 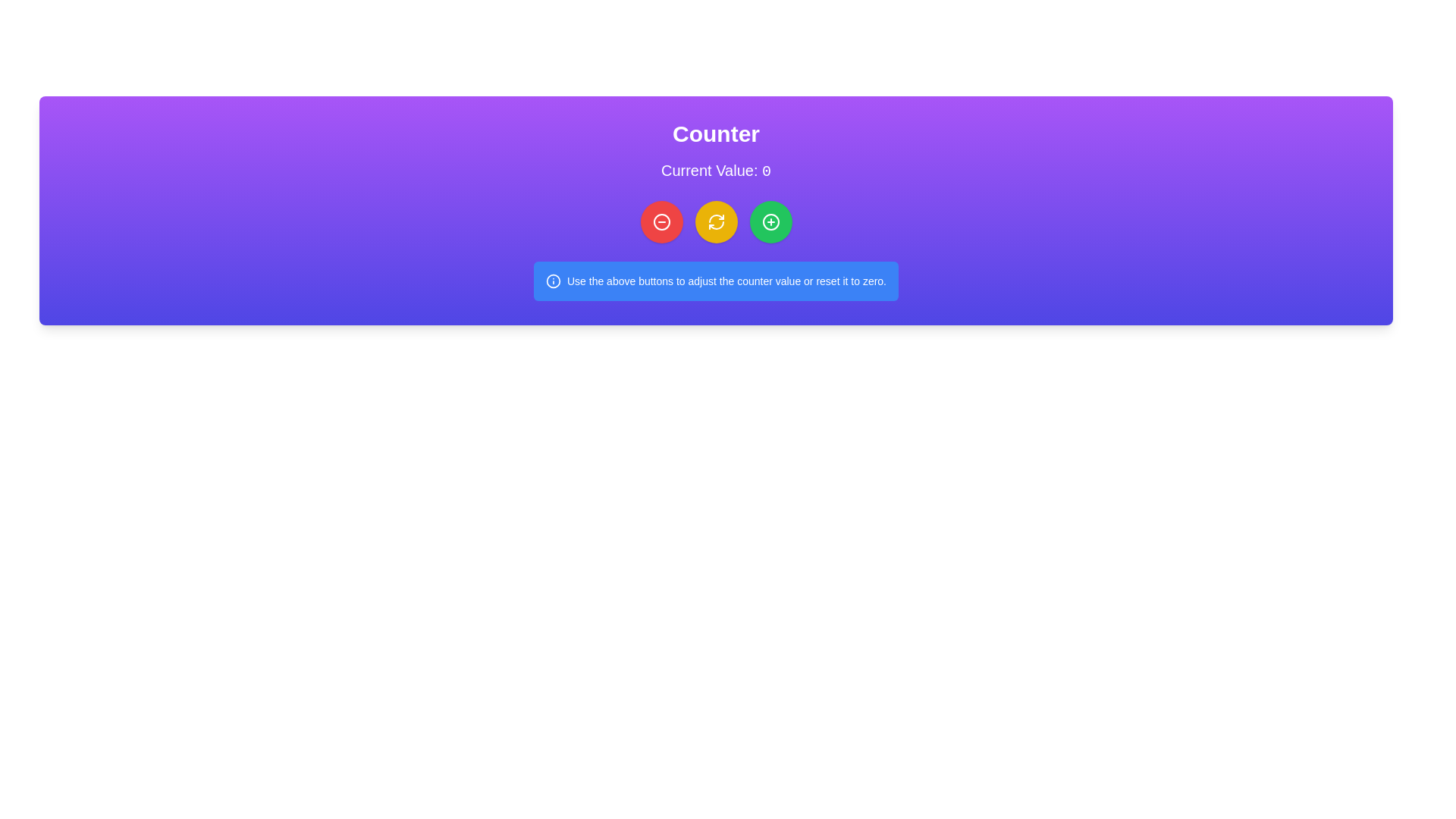 I want to click on the SVG circle shape located in the green button at the far right of the three buttons below the 'Current Value' text, so click(x=770, y=222).